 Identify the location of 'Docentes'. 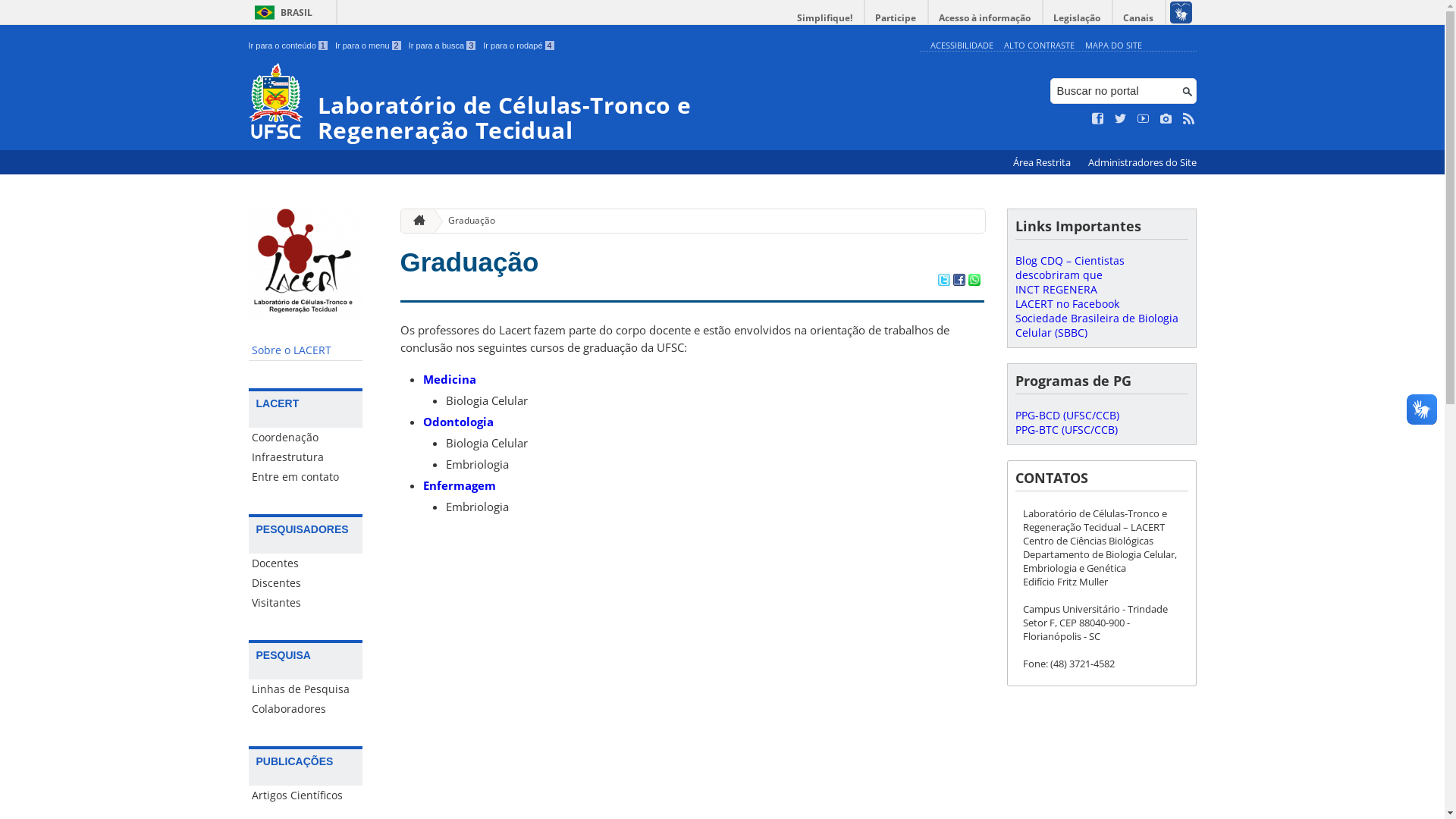
(305, 563).